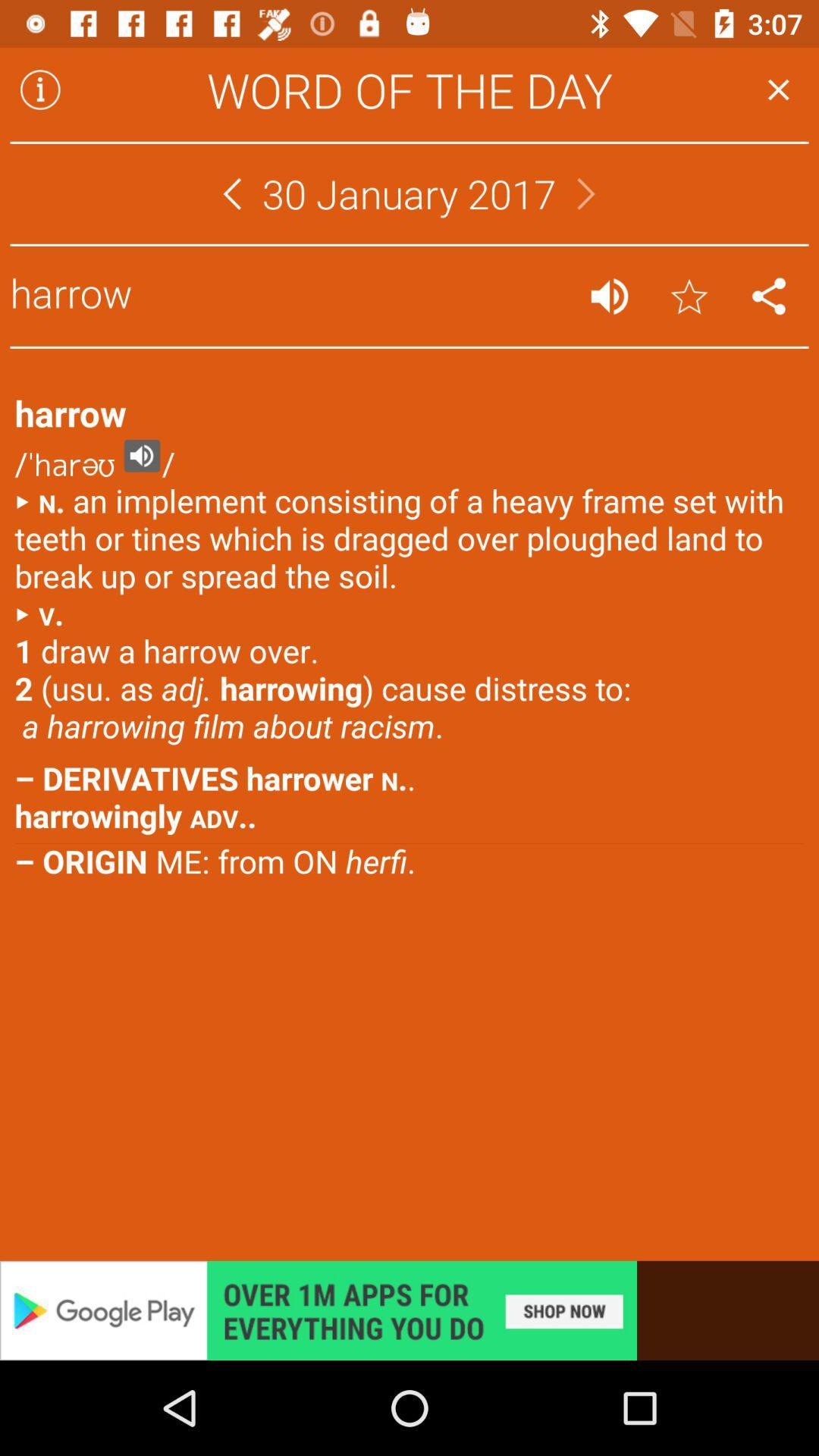  What do you see at coordinates (39, 89) in the screenshot?
I see `displays information` at bounding box center [39, 89].